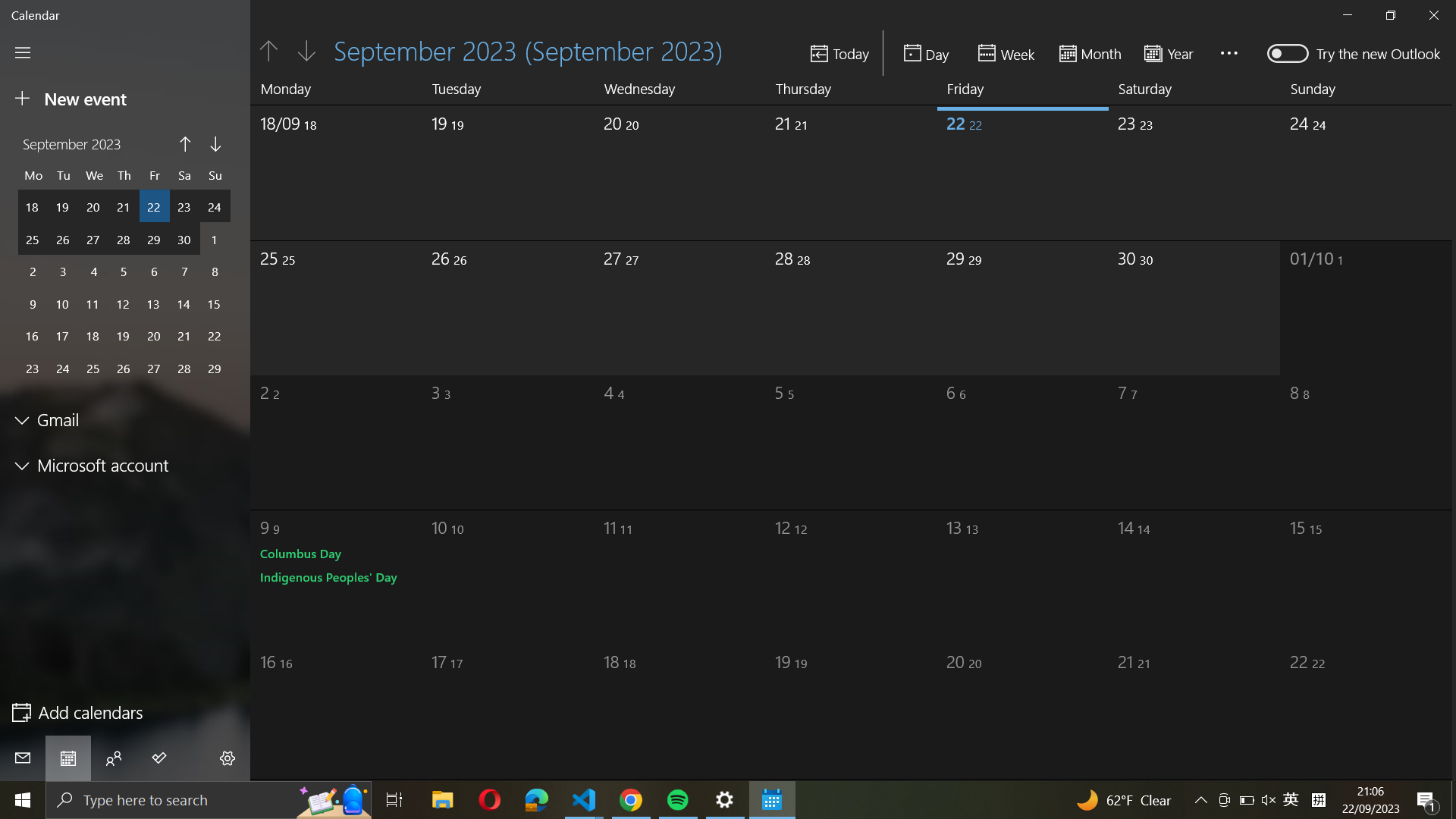  Describe the element at coordinates (301, 554) in the screenshot. I see `new features on Columbus Day interface` at that location.